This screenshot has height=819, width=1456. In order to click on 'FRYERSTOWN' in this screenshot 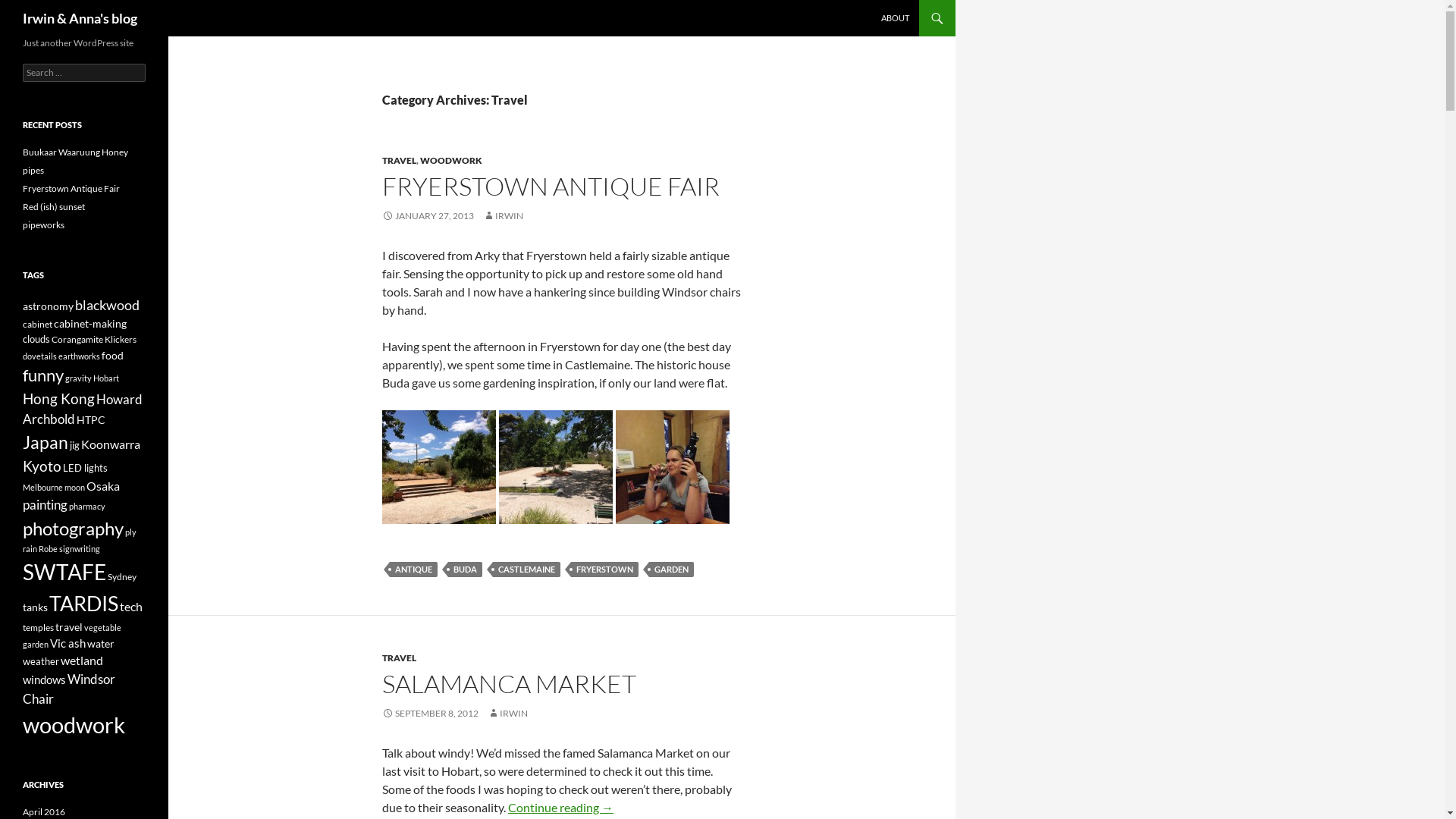, I will do `click(604, 570)`.